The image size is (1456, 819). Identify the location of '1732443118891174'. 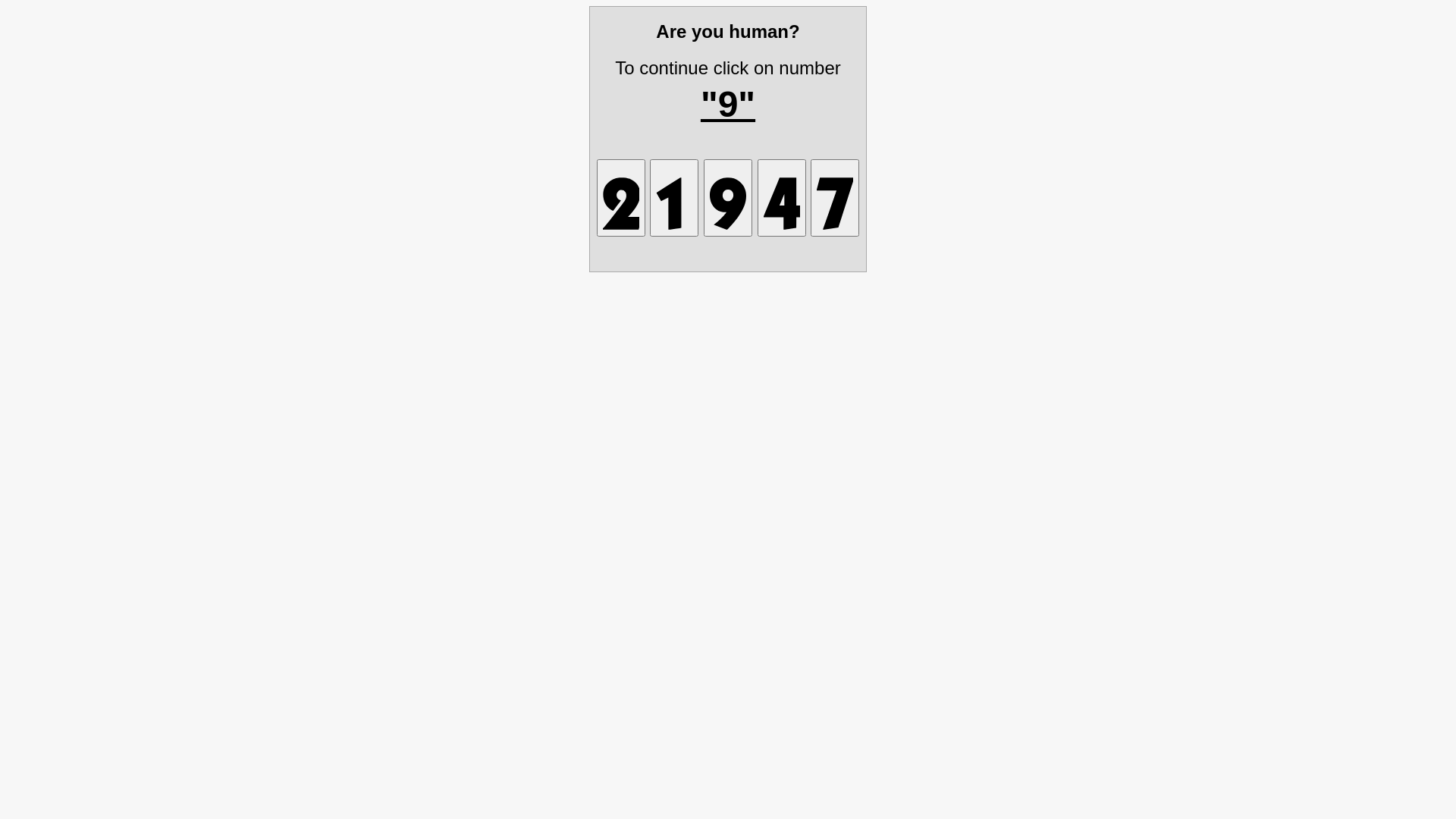
(810, 197).